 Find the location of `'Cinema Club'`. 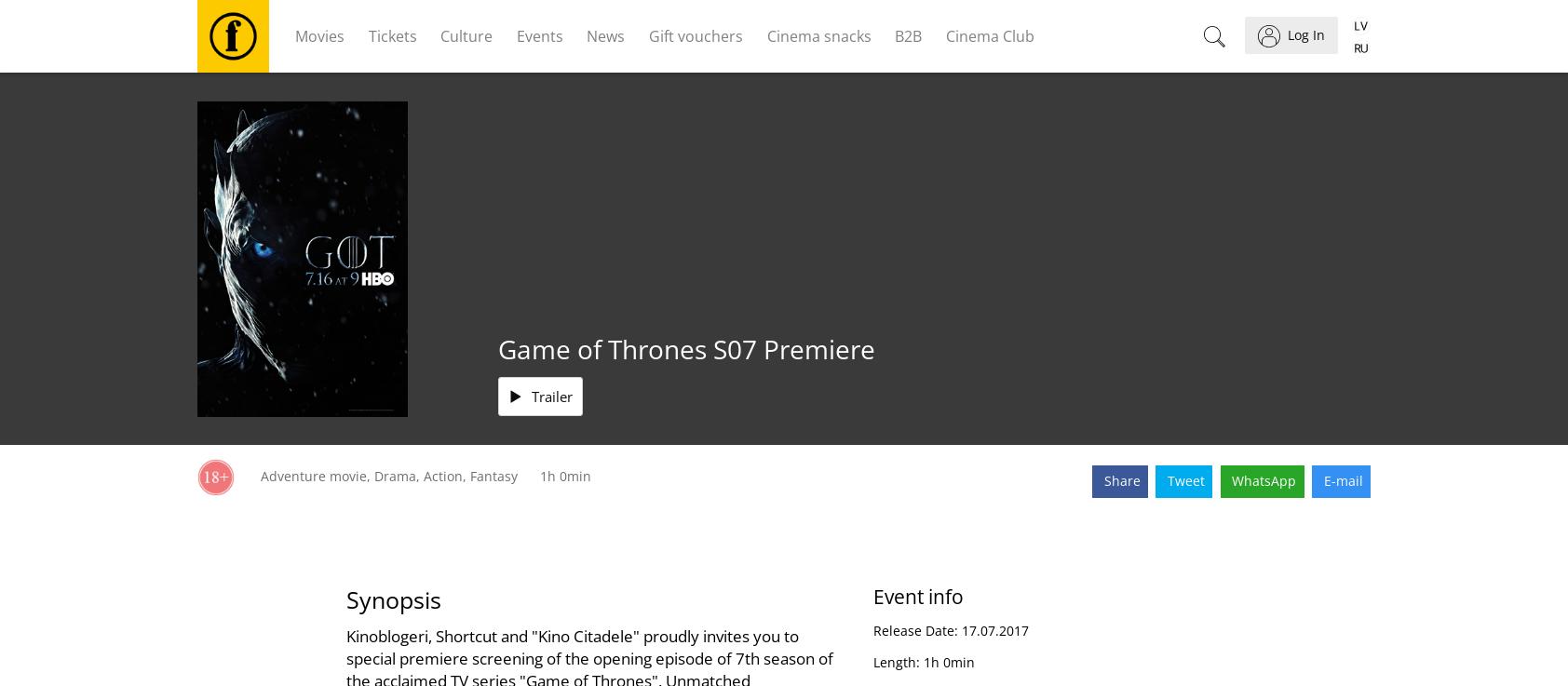

'Cinema Club' is located at coordinates (989, 34).